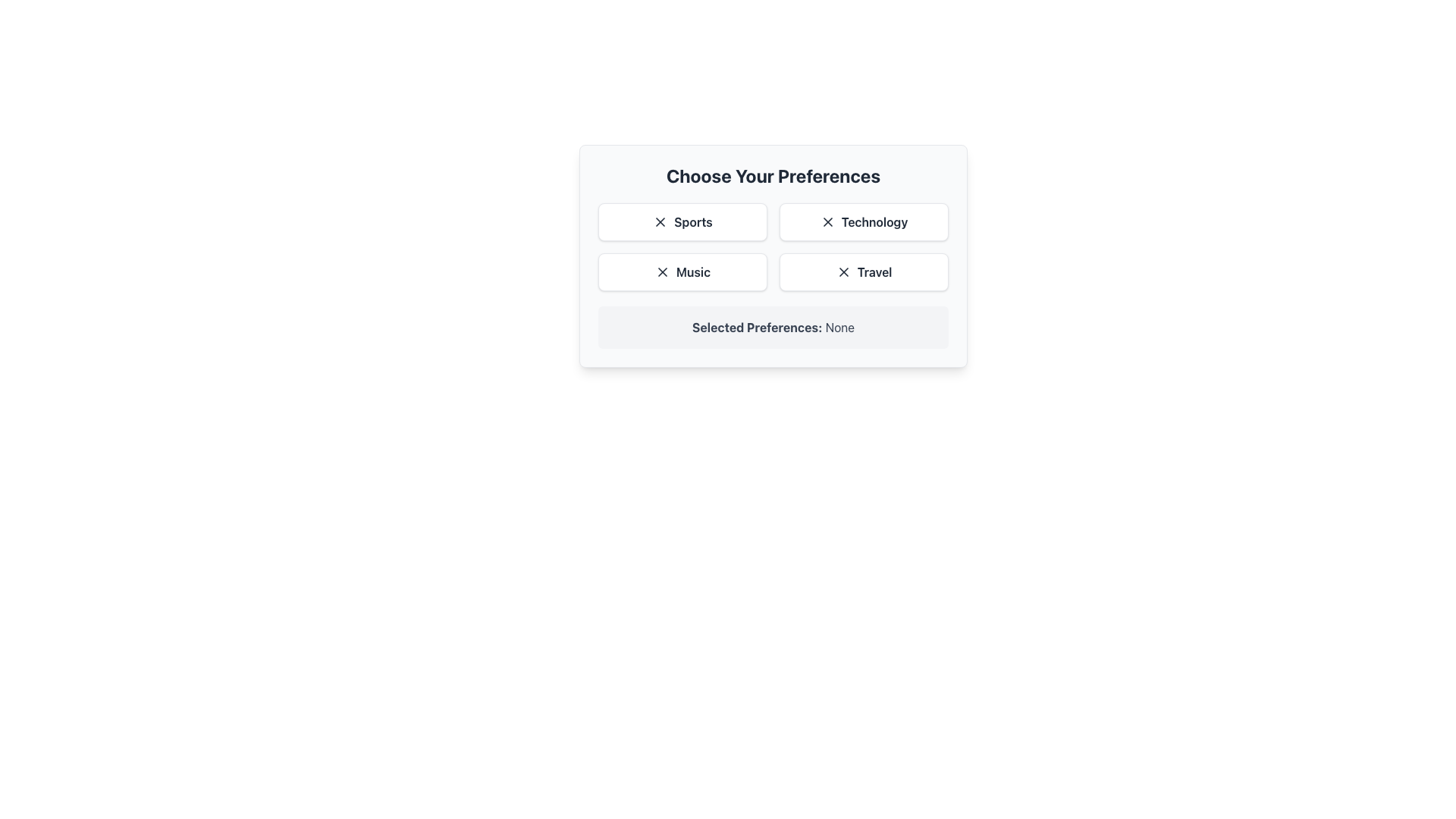  Describe the element at coordinates (662, 271) in the screenshot. I see `the cancellation icon located in the bottom-left grid cell associated with the 'Music' label in the preference selection menu` at that location.